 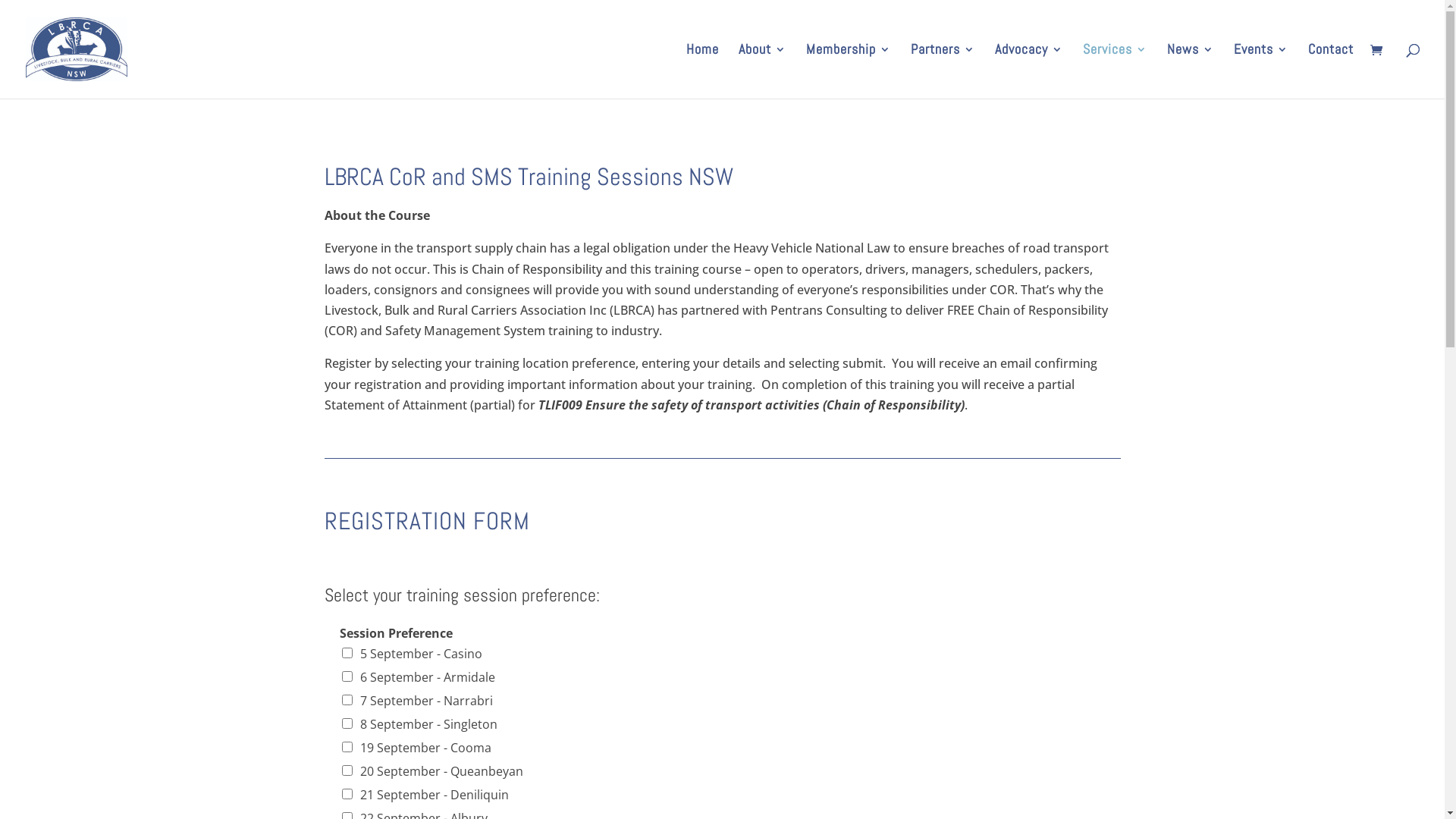 What do you see at coordinates (942, 71) in the screenshot?
I see `'Partners'` at bounding box center [942, 71].